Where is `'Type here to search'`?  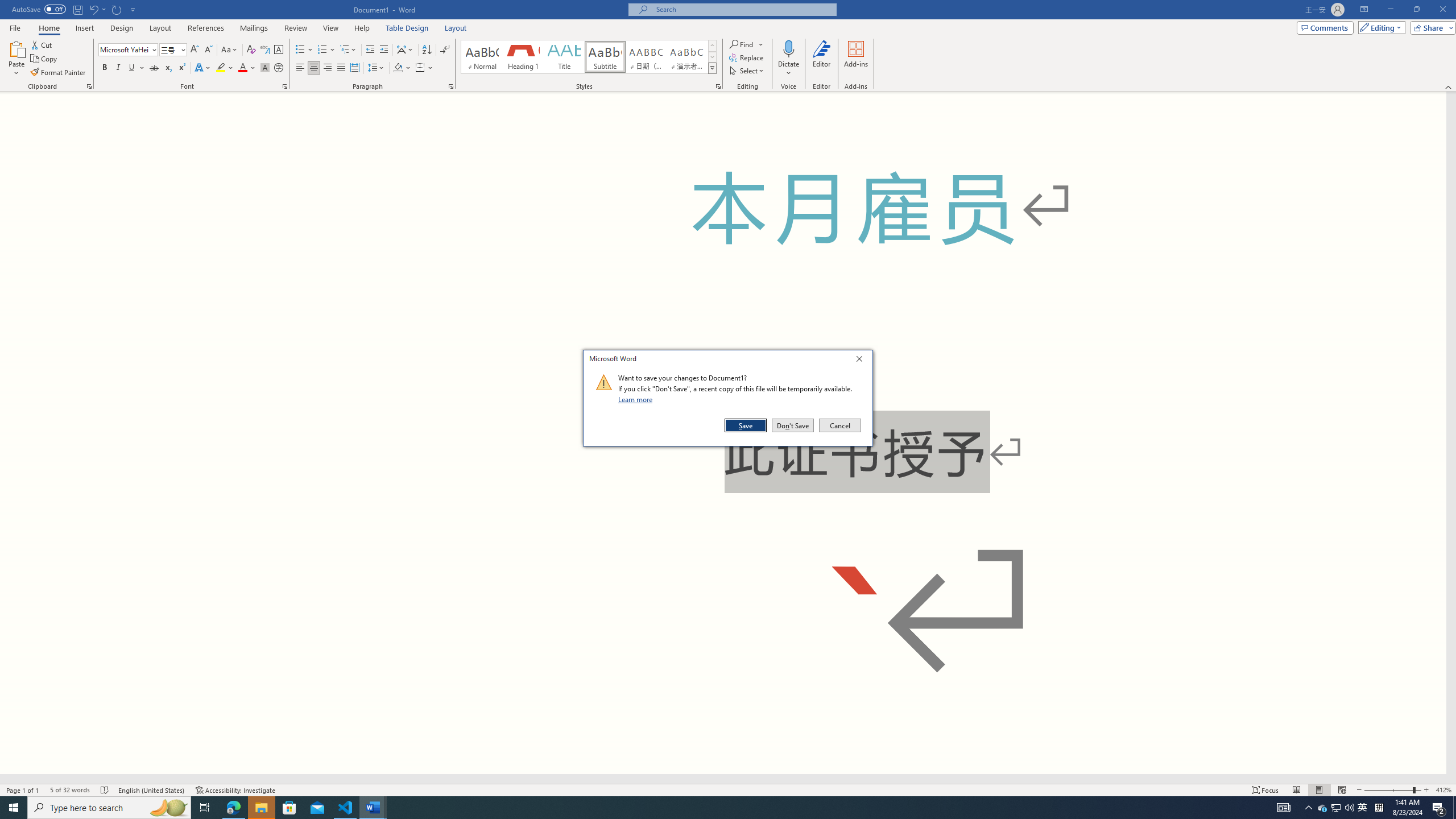
'Type here to search' is located at coordinates (109, 806).